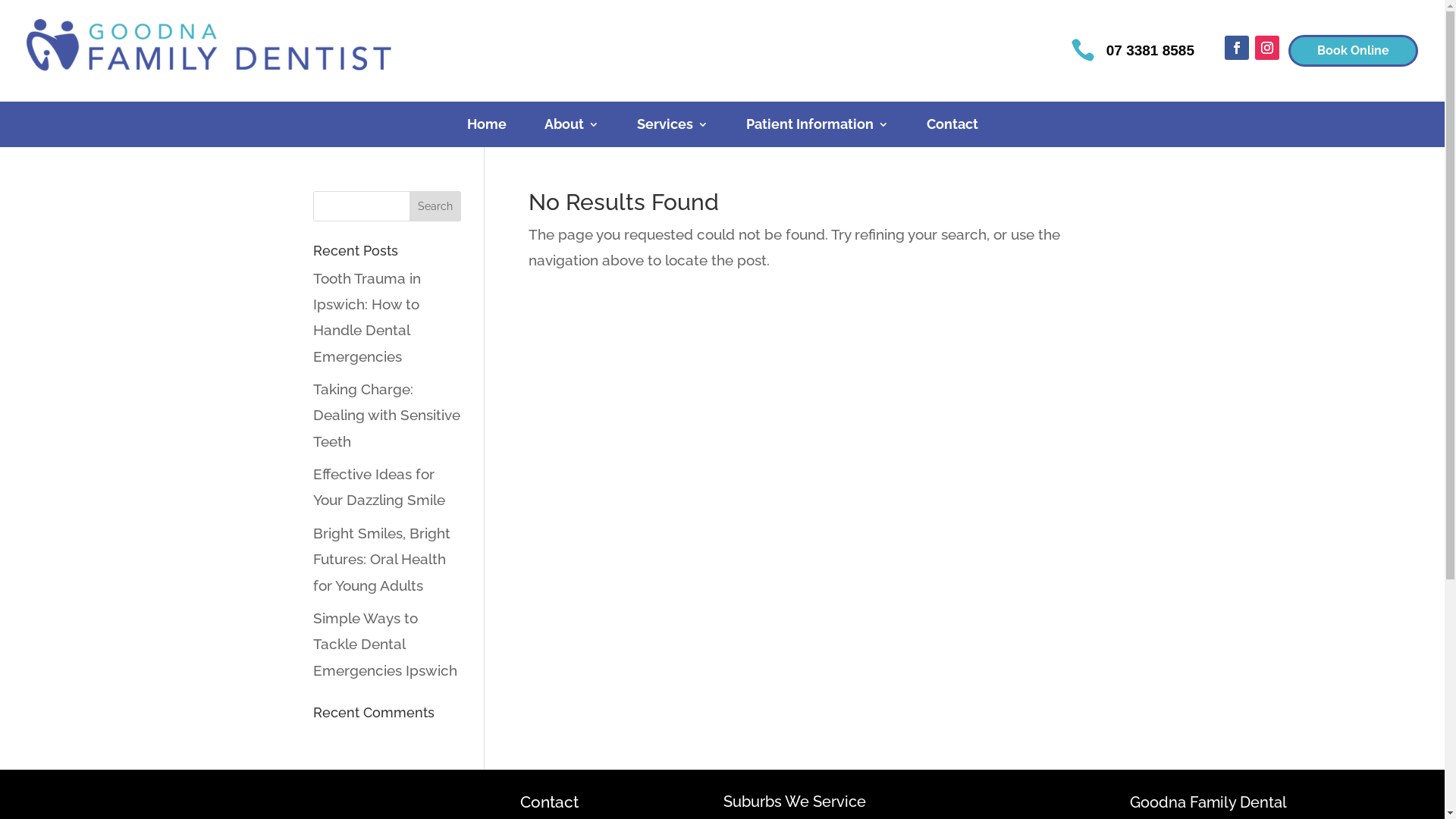  Describe the element at coordinates (312, 558) in the screenshot. I see `'Bright Smiles, Bright Futures: Oral Health for Young Adults'` at that location.